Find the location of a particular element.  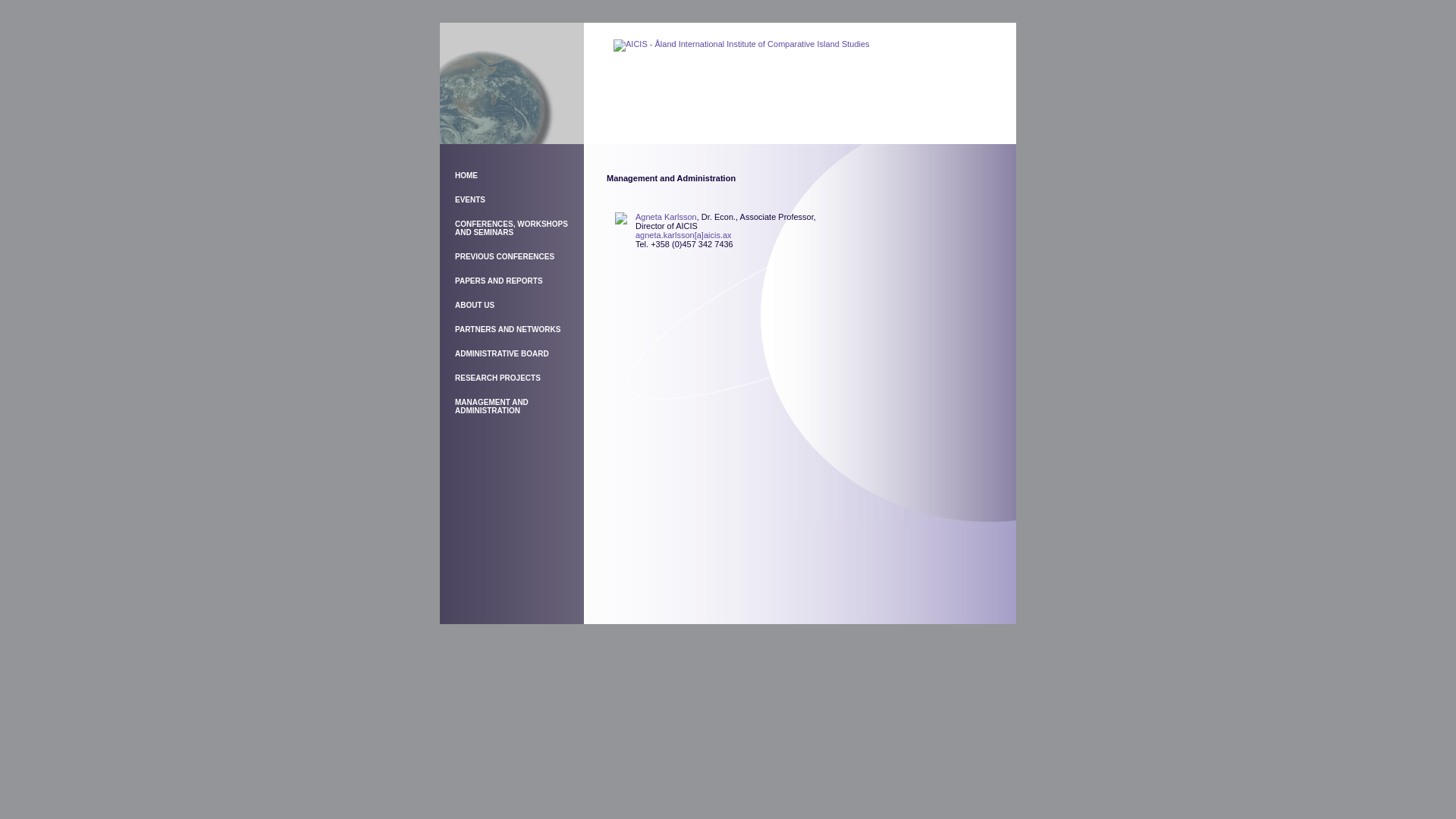

'EVENTS' is located at coordinates (454, 199).